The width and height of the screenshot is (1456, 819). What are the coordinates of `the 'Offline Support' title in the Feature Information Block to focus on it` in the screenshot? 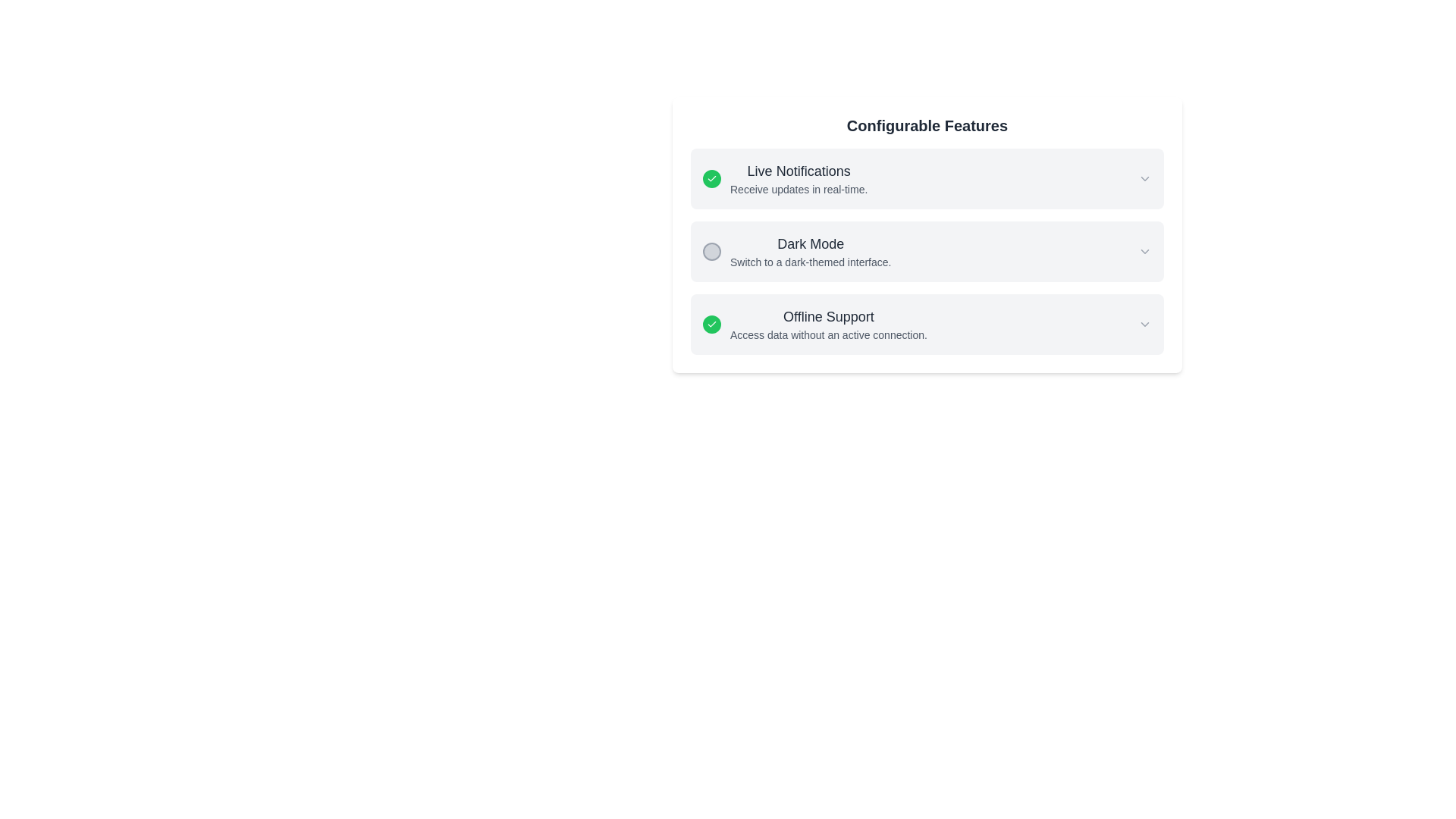 It's located at (828, 324).